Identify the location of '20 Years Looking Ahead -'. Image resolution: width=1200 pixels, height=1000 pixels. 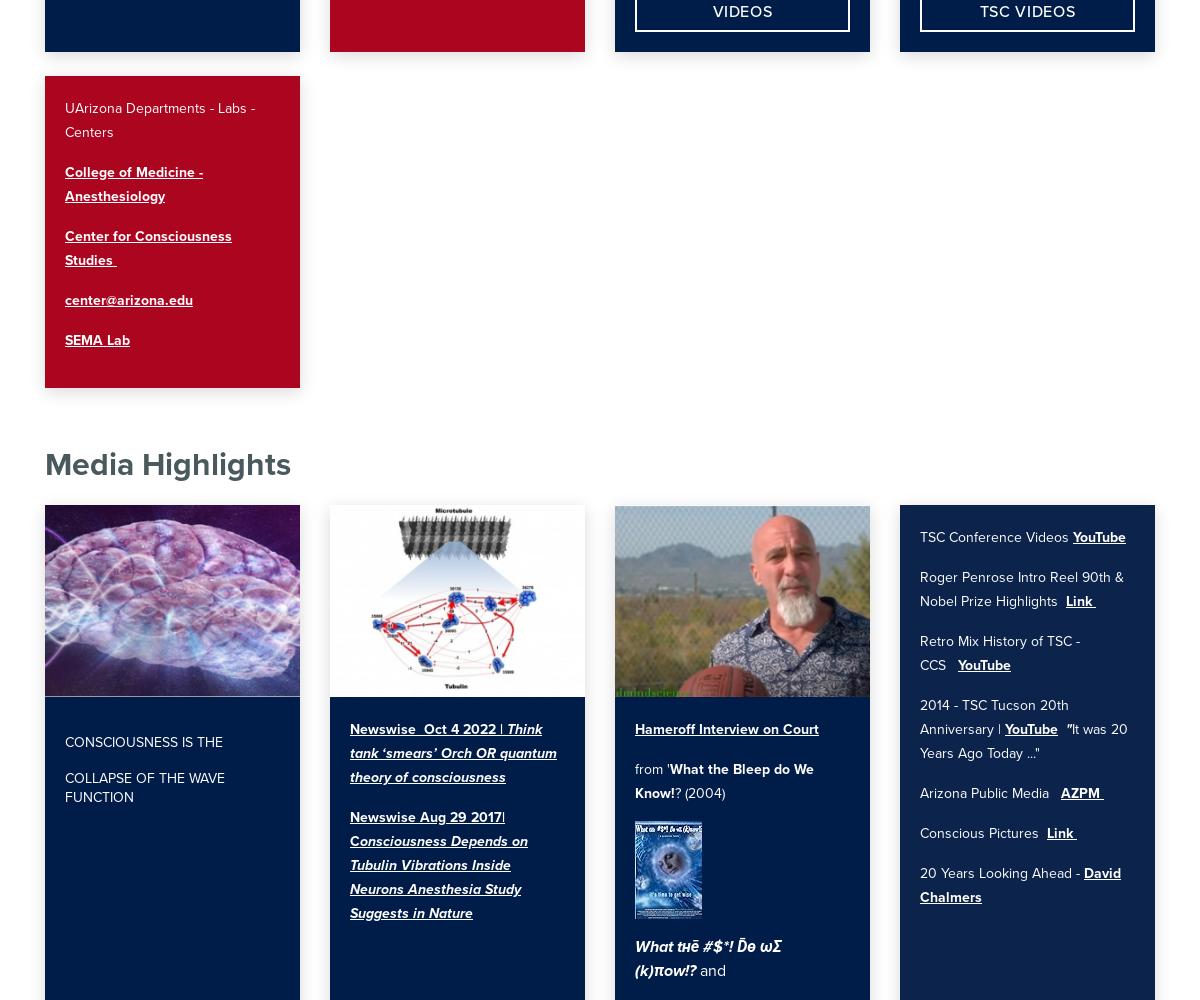
(1002, 872).